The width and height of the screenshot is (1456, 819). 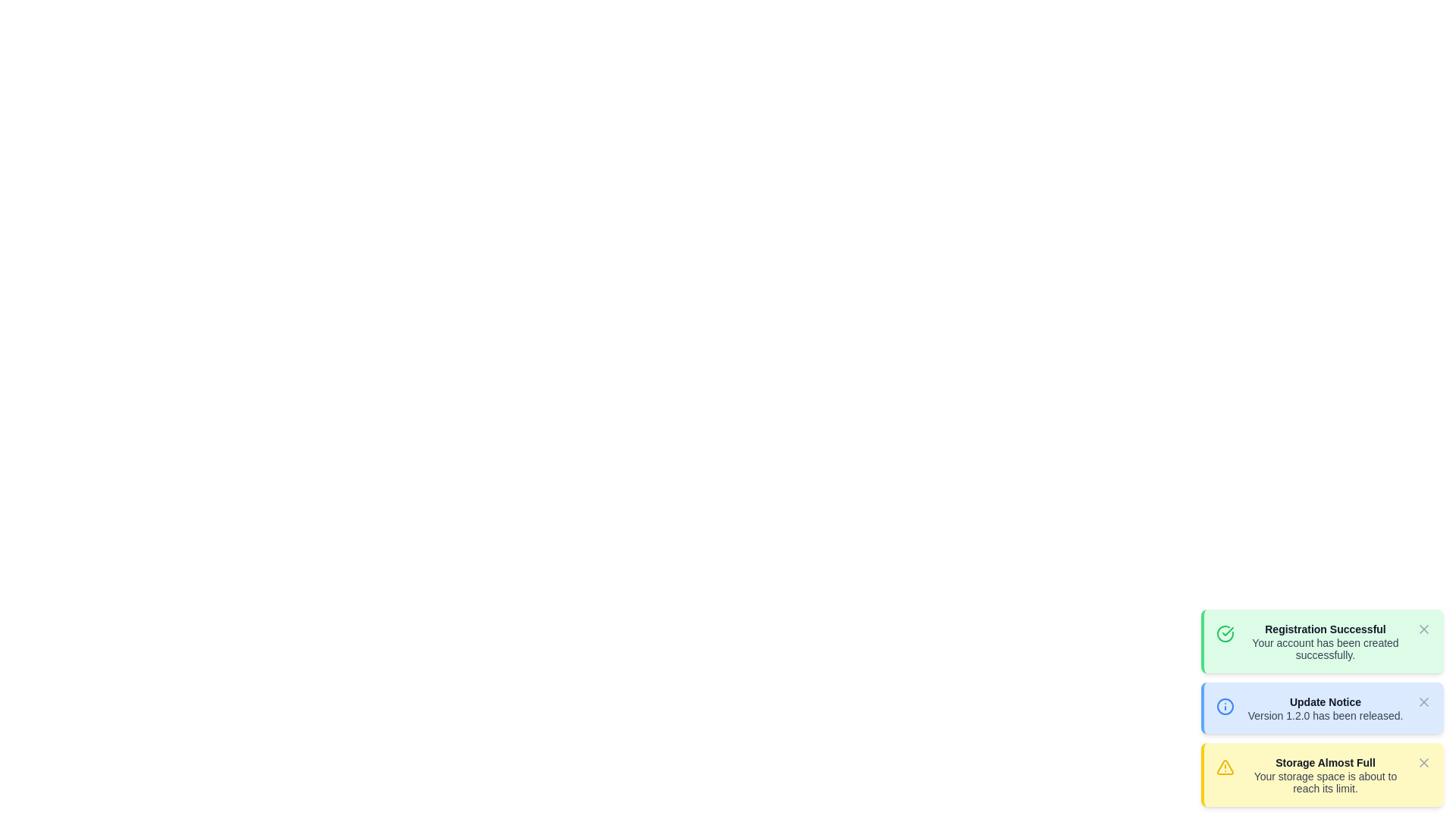 What do you see at coordinates (1225, 767) in the screenshot?
I see `the Warning/Alert Icon located within the 'Storage Almost Full' notification box` at bounding box center [1225, 767].